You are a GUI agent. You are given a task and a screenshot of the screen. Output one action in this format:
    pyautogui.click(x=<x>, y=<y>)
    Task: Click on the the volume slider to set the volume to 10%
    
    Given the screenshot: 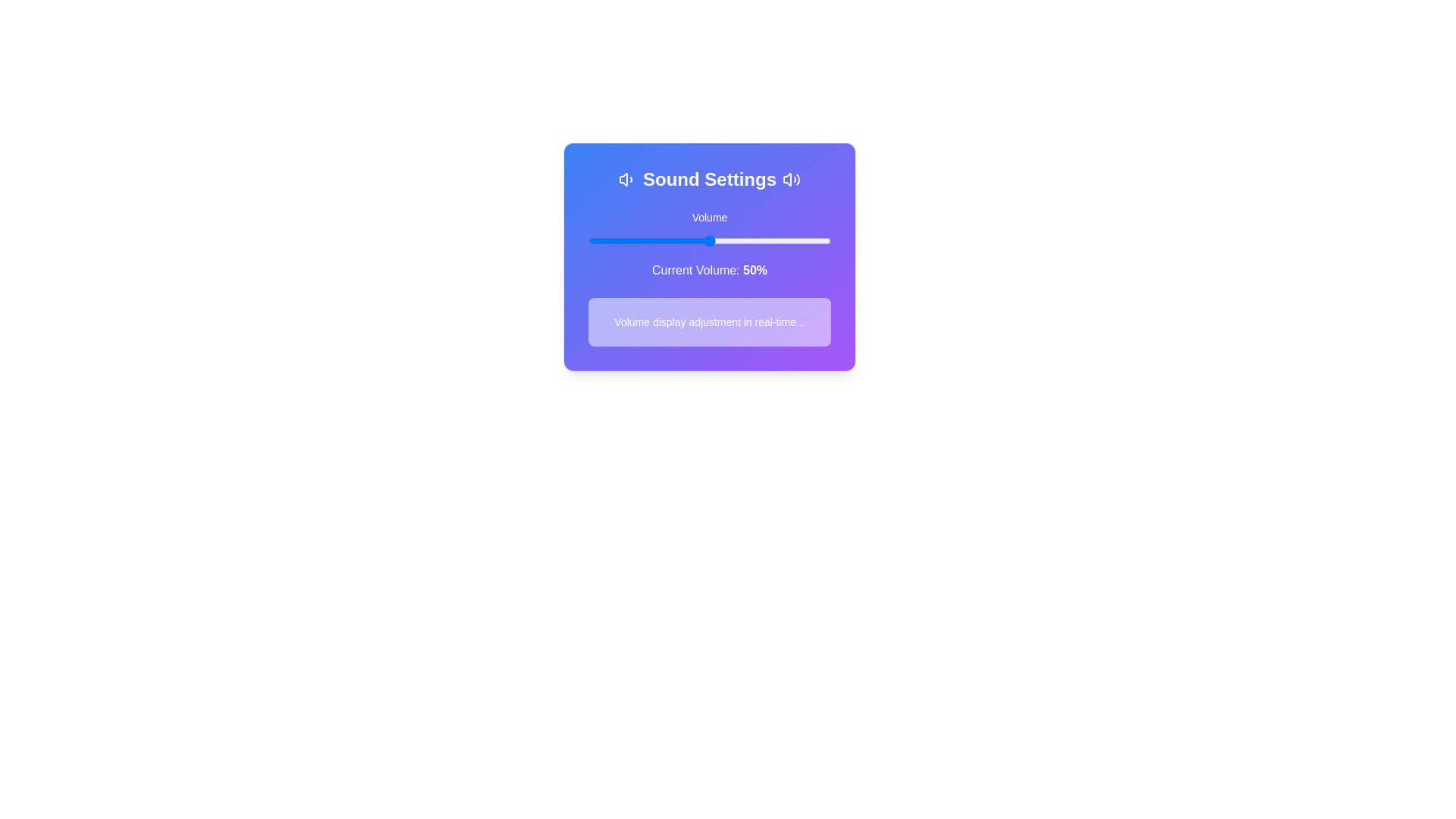 What is the action you would take?
    pyautogui.click(x=612, y=240)
    